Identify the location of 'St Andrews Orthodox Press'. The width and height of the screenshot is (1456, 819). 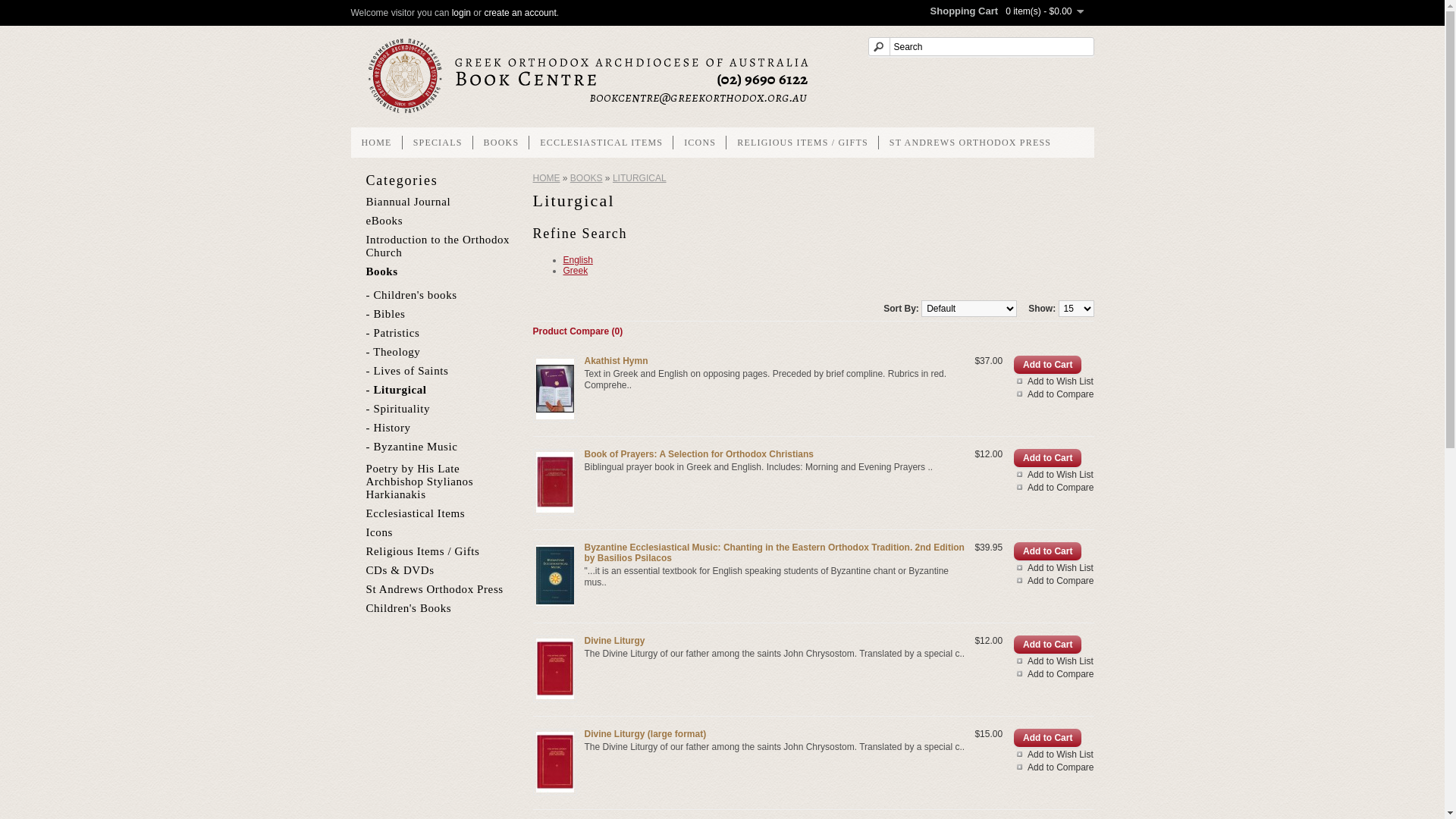
(433, 588).